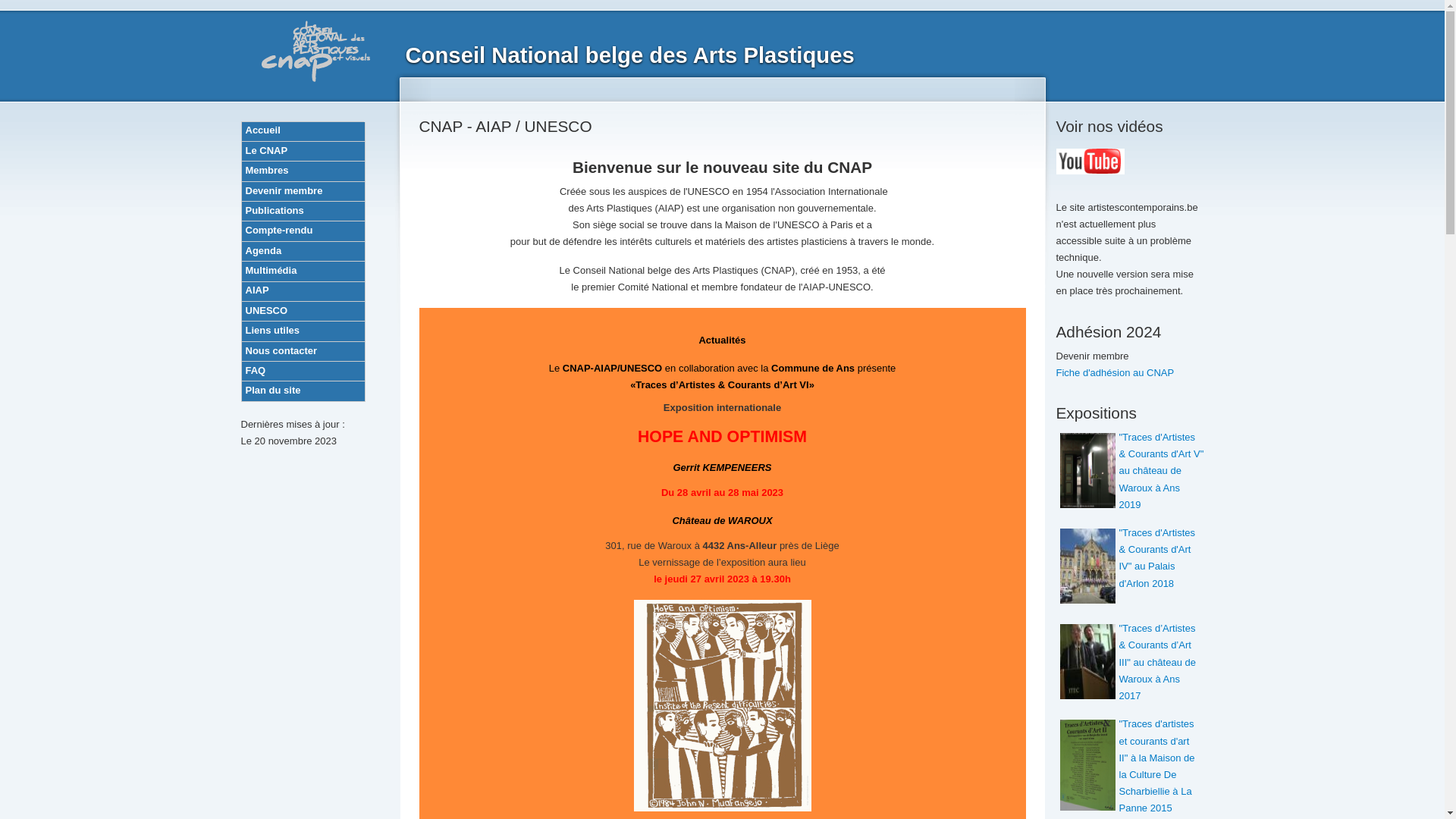  Describe the element at coordinates (303, 309) in the screenshot. I see `'UNESCO'` at that location.